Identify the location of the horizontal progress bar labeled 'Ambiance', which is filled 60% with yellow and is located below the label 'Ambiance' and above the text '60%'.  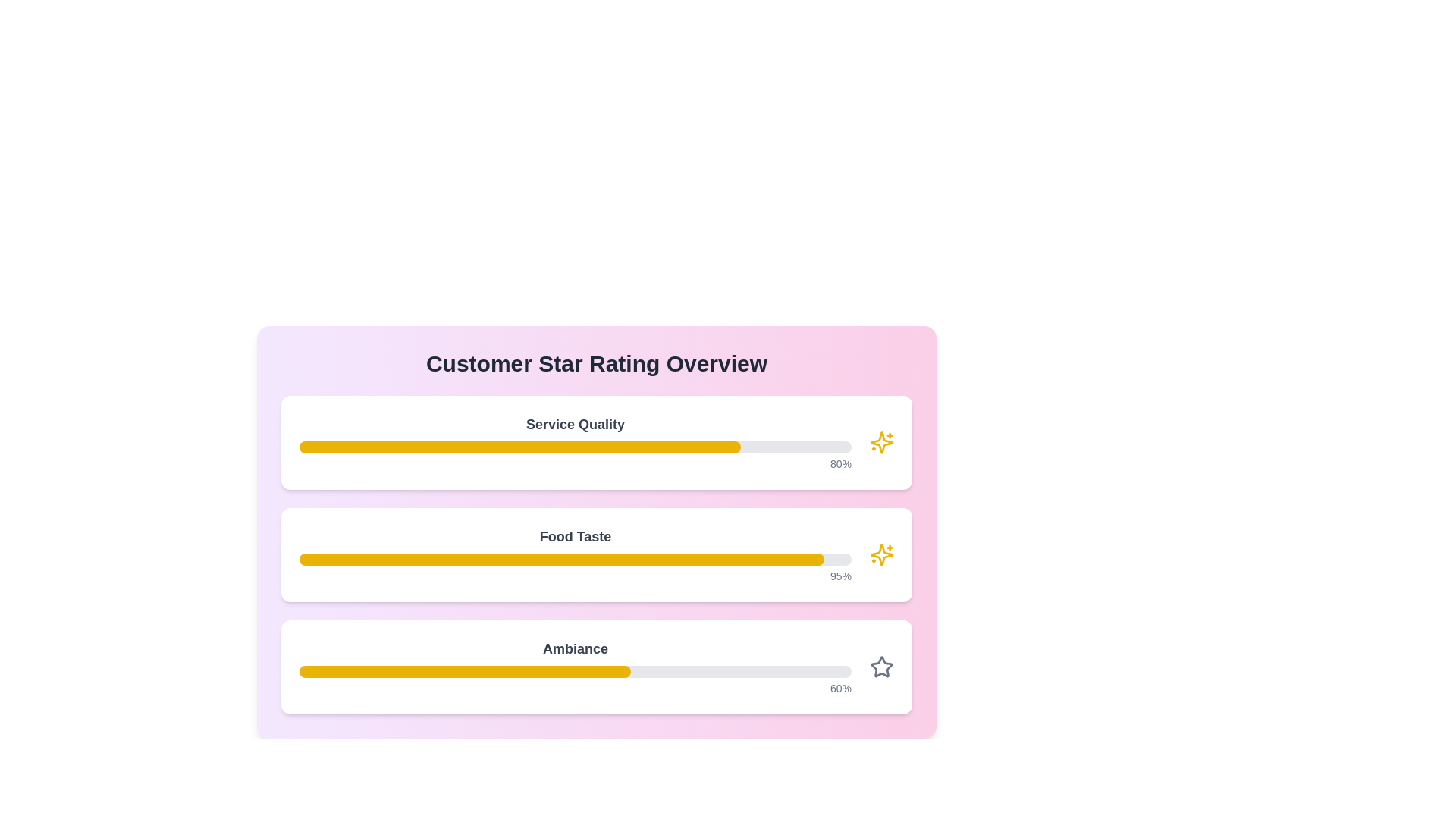
(574, 671).